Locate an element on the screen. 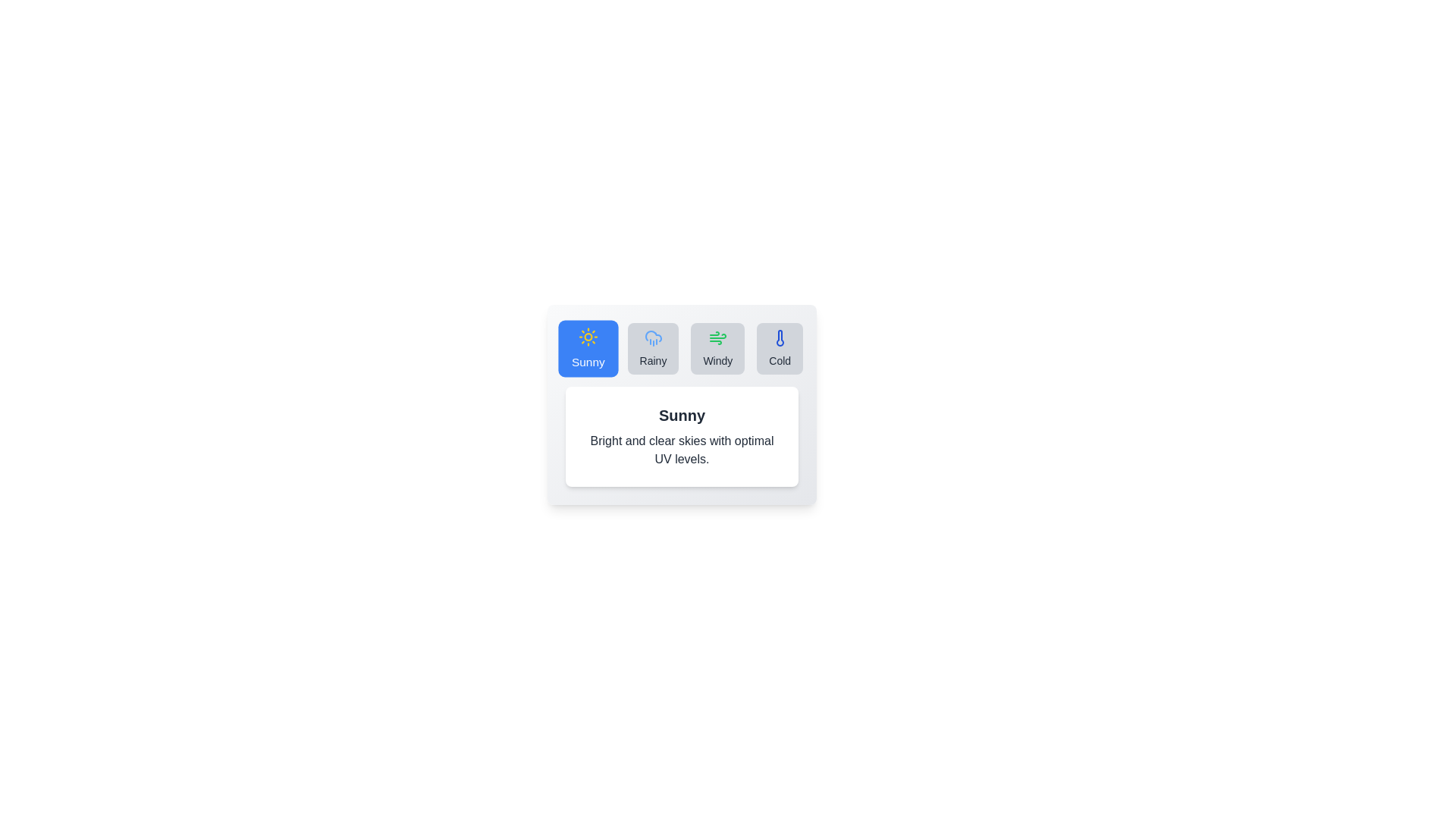 The image size is (1456, 819). the Sunny tab to view its content is located at coordinates (587, 348).